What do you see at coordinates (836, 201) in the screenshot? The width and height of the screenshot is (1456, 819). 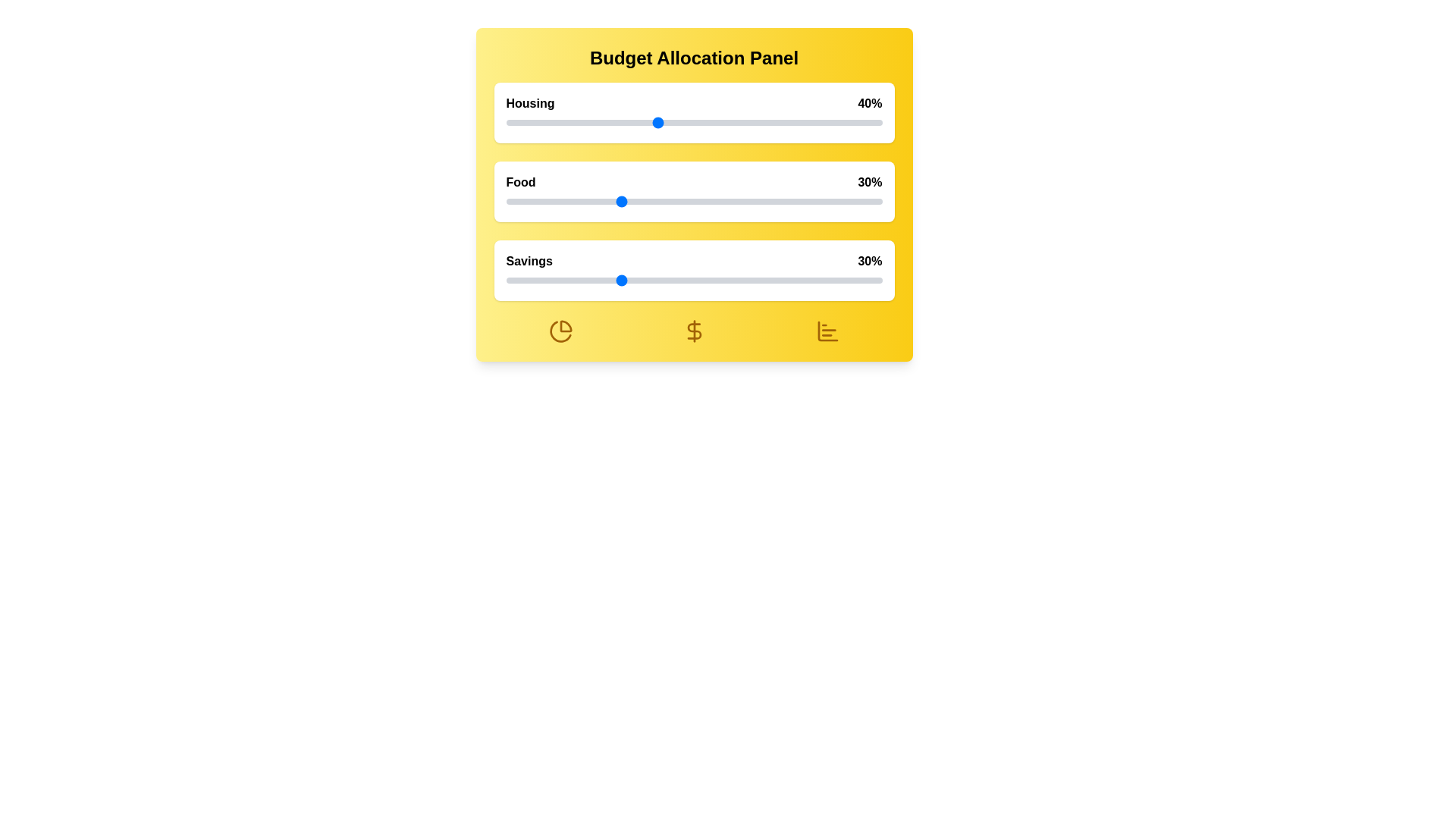 I see `the slider` at bounding box center [836, 201].